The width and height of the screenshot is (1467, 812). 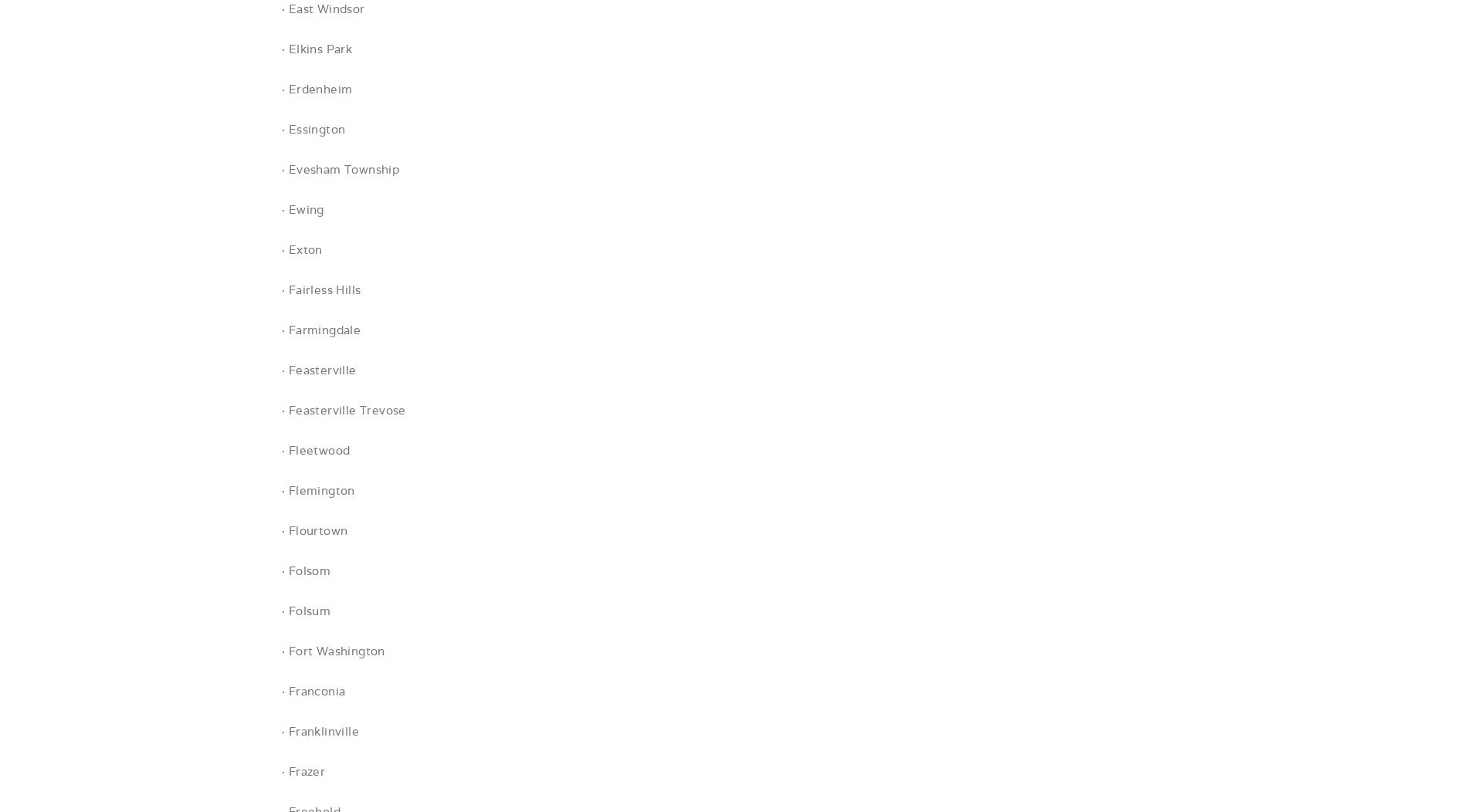 I want to click on '· Franconia', so click(x=313, y=691).